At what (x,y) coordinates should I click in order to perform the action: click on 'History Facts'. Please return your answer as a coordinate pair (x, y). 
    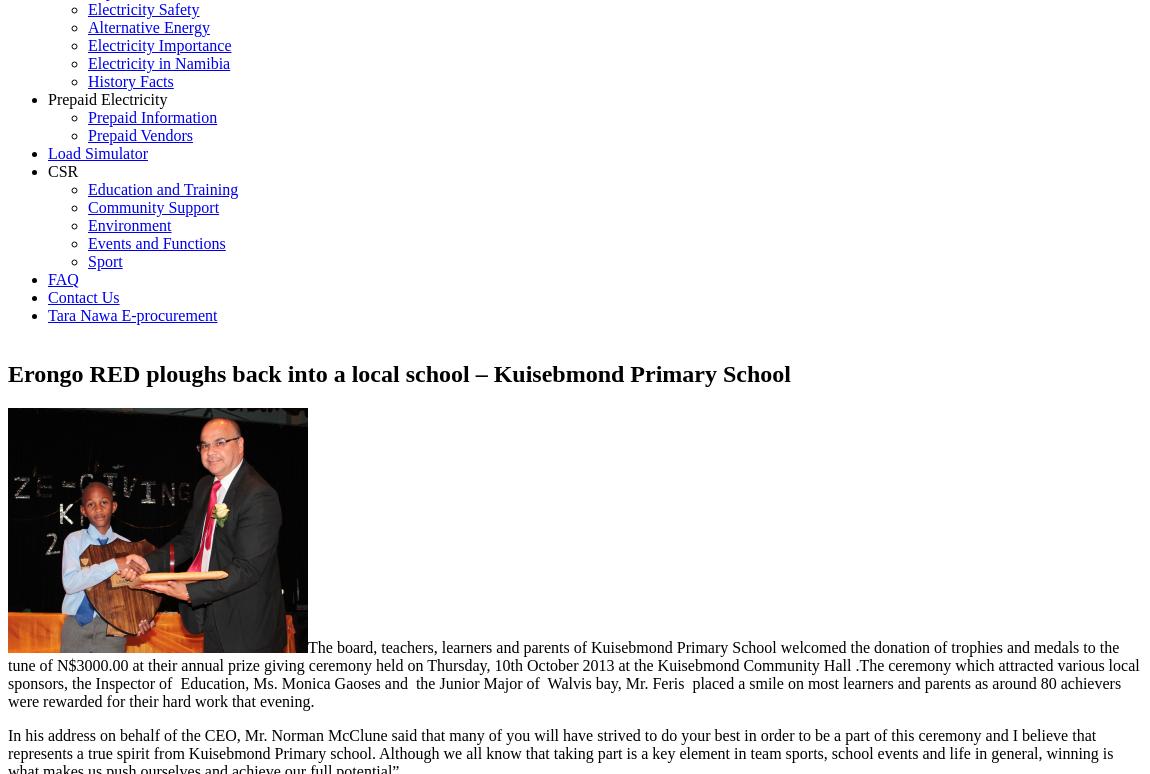
    Looking at the image, I should click on (129, 81).